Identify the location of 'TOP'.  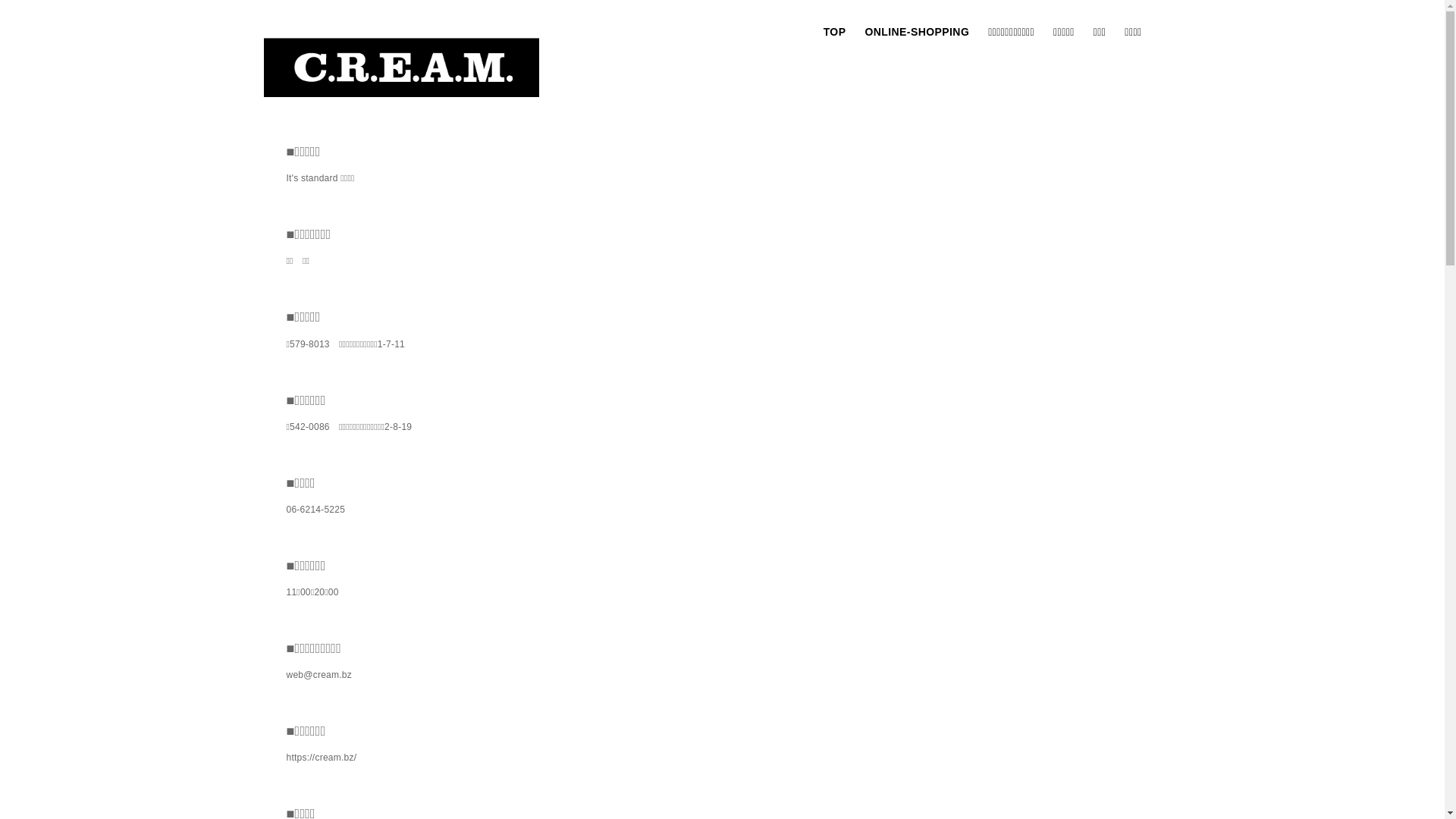
(833, 32).